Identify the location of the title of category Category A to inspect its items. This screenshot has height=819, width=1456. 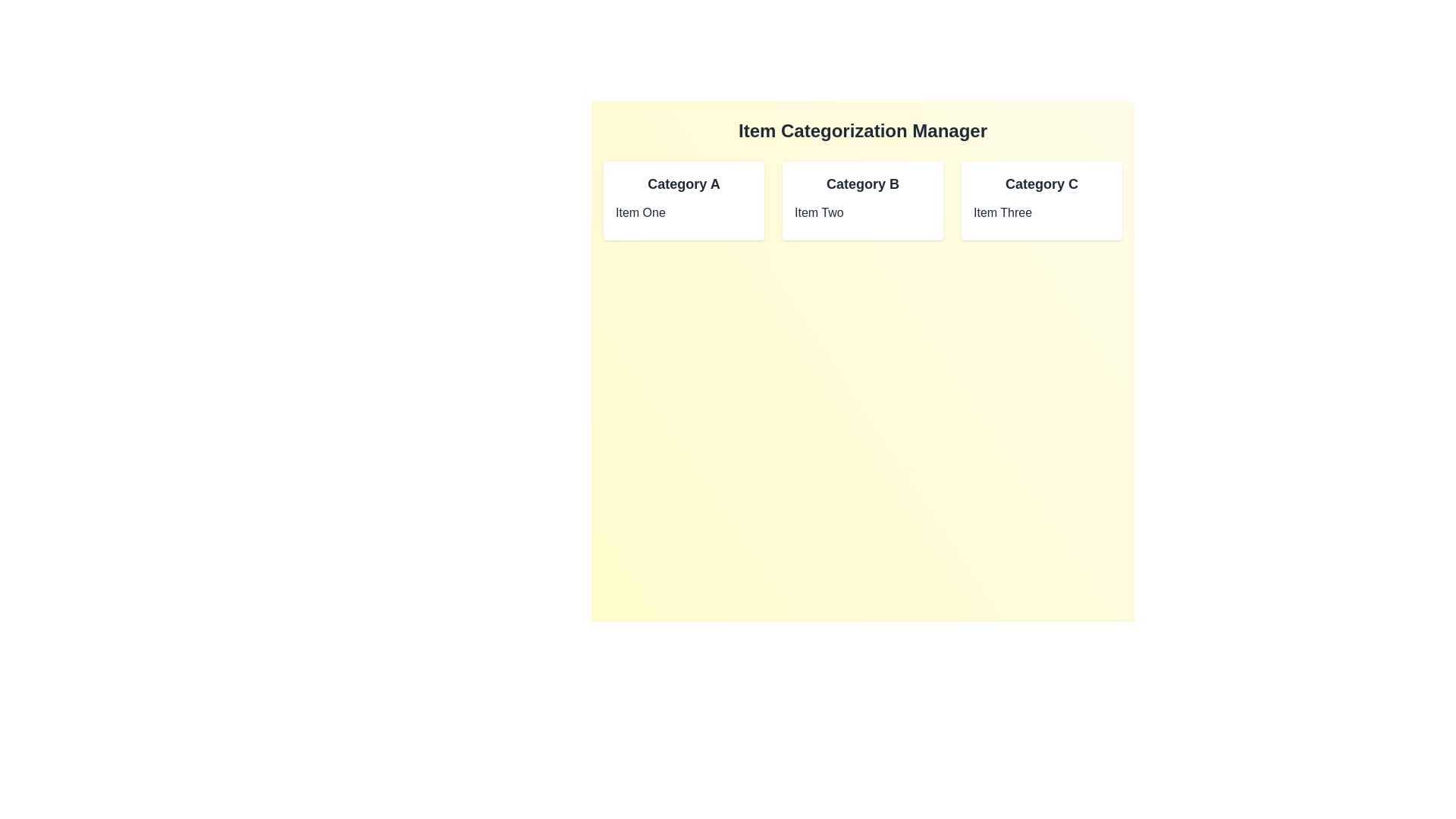
(683, 184).